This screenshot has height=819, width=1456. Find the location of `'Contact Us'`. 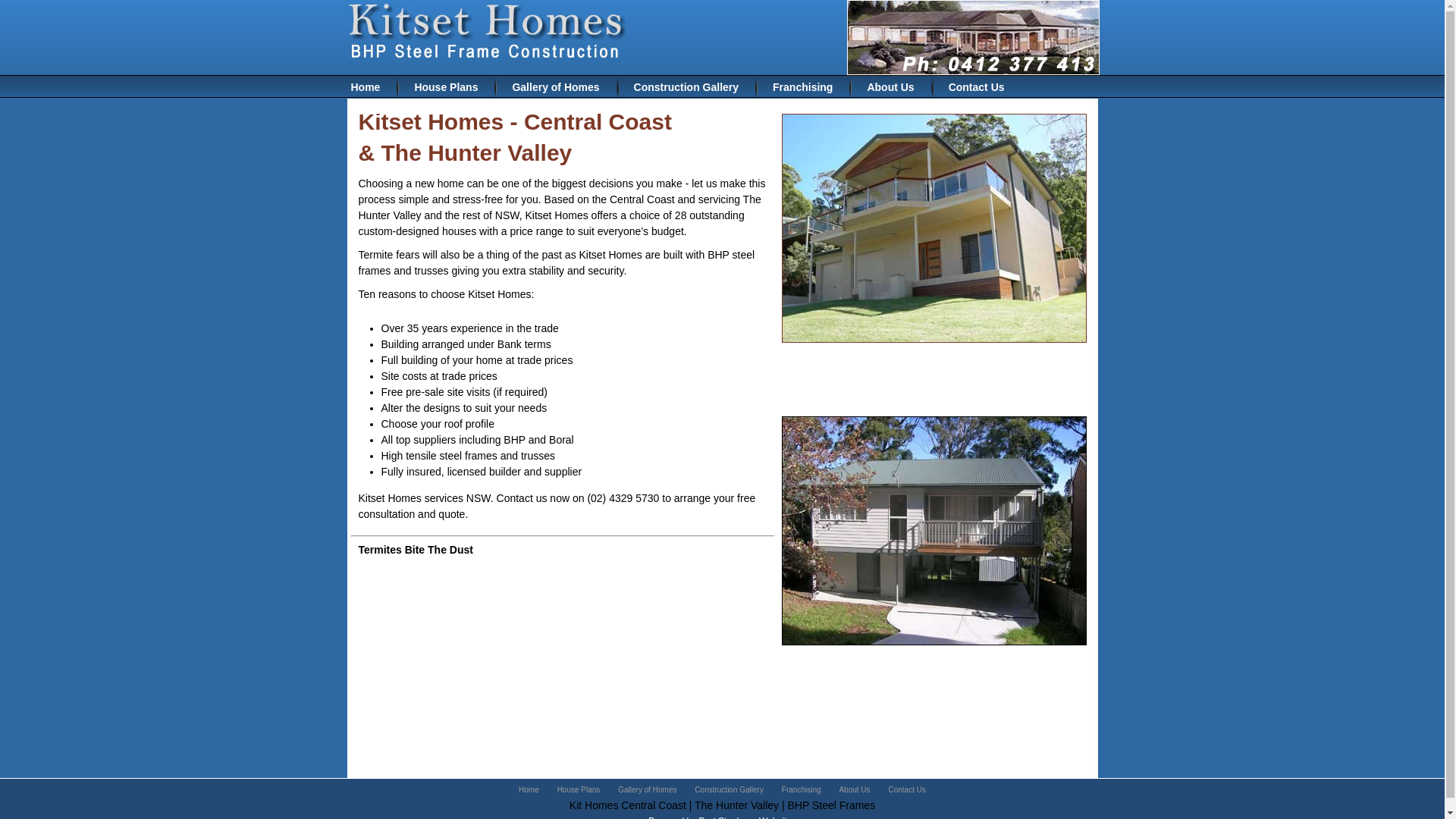

'Contact Us' is located at coordinates (880, 789).